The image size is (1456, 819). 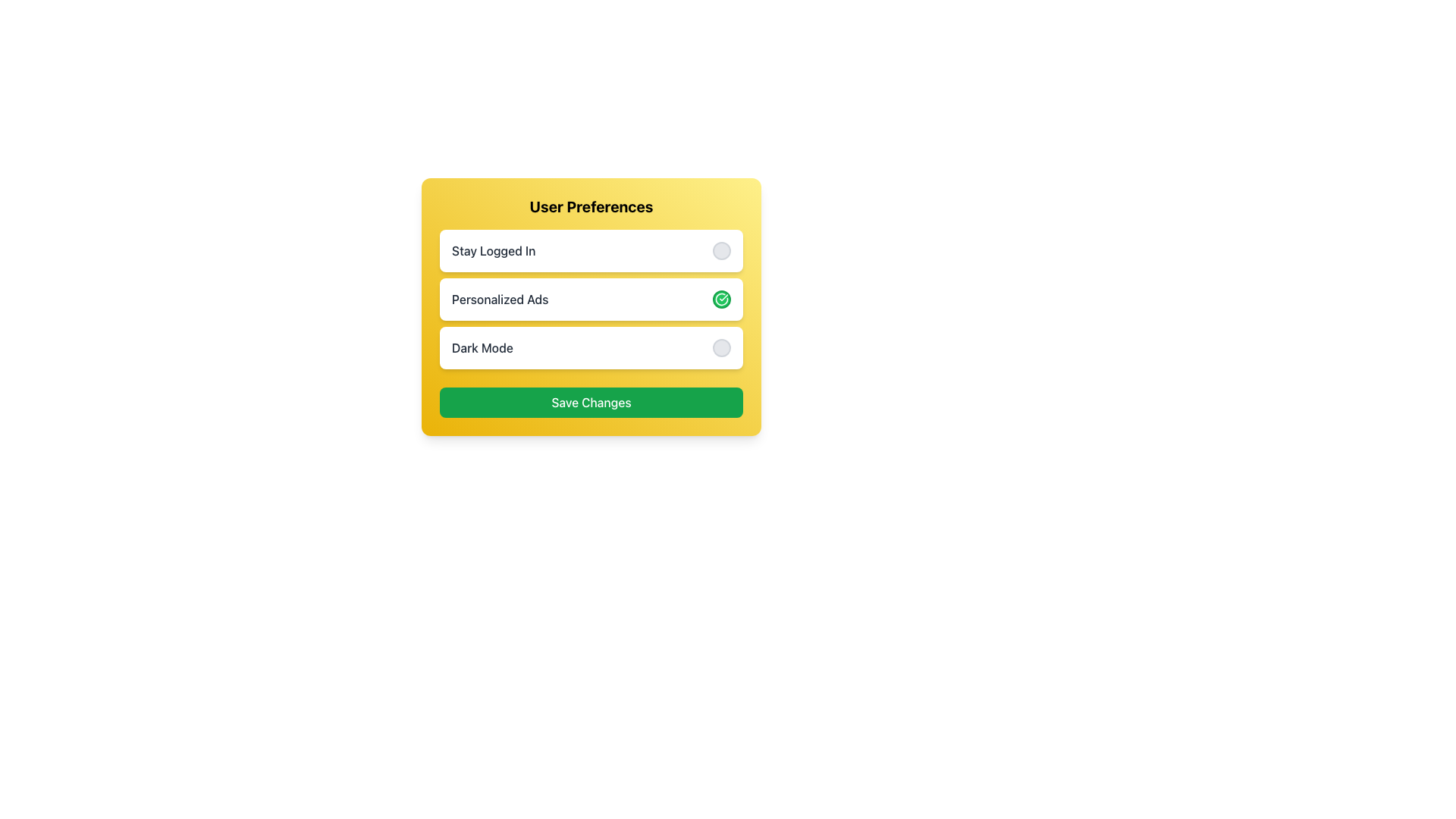 I want to click on the descriptive label associated with the 'Stay Logged In' section, so click(x=494, y=250).